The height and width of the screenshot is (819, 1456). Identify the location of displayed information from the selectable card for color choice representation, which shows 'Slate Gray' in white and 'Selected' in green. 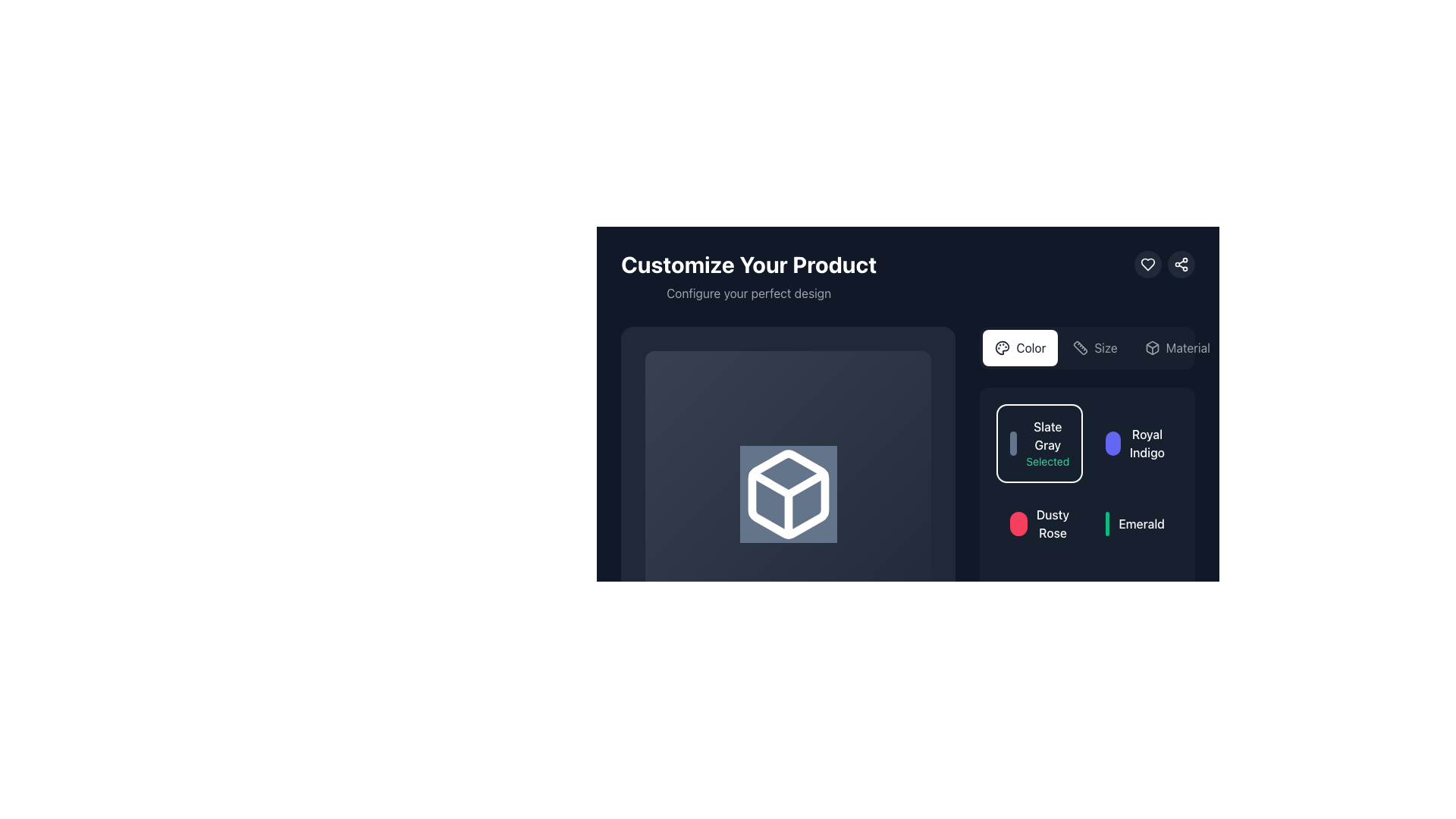
(1039, 444).